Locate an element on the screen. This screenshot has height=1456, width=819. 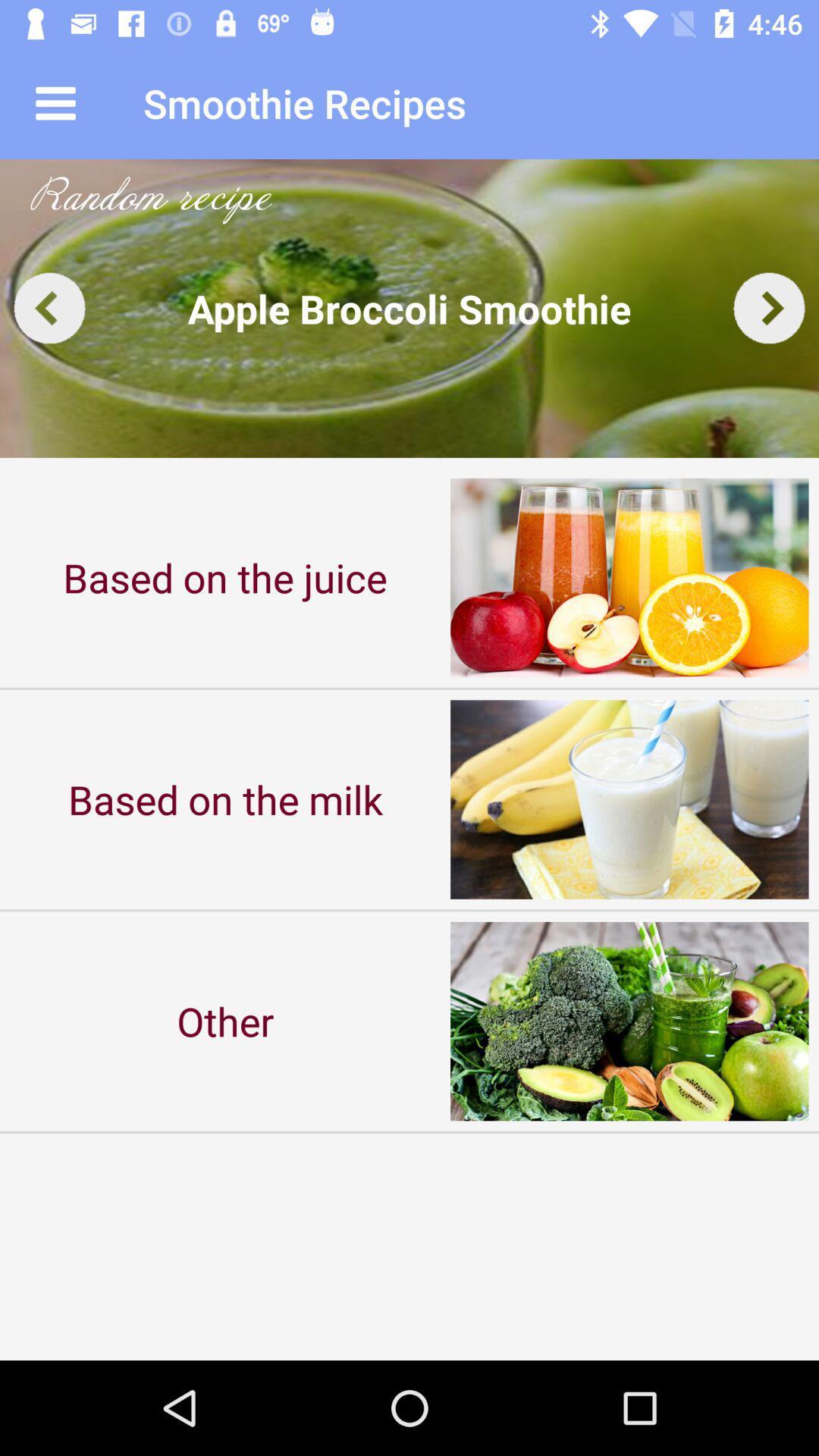
this button takes me to another recipe image is located at coordinates (49, 307).